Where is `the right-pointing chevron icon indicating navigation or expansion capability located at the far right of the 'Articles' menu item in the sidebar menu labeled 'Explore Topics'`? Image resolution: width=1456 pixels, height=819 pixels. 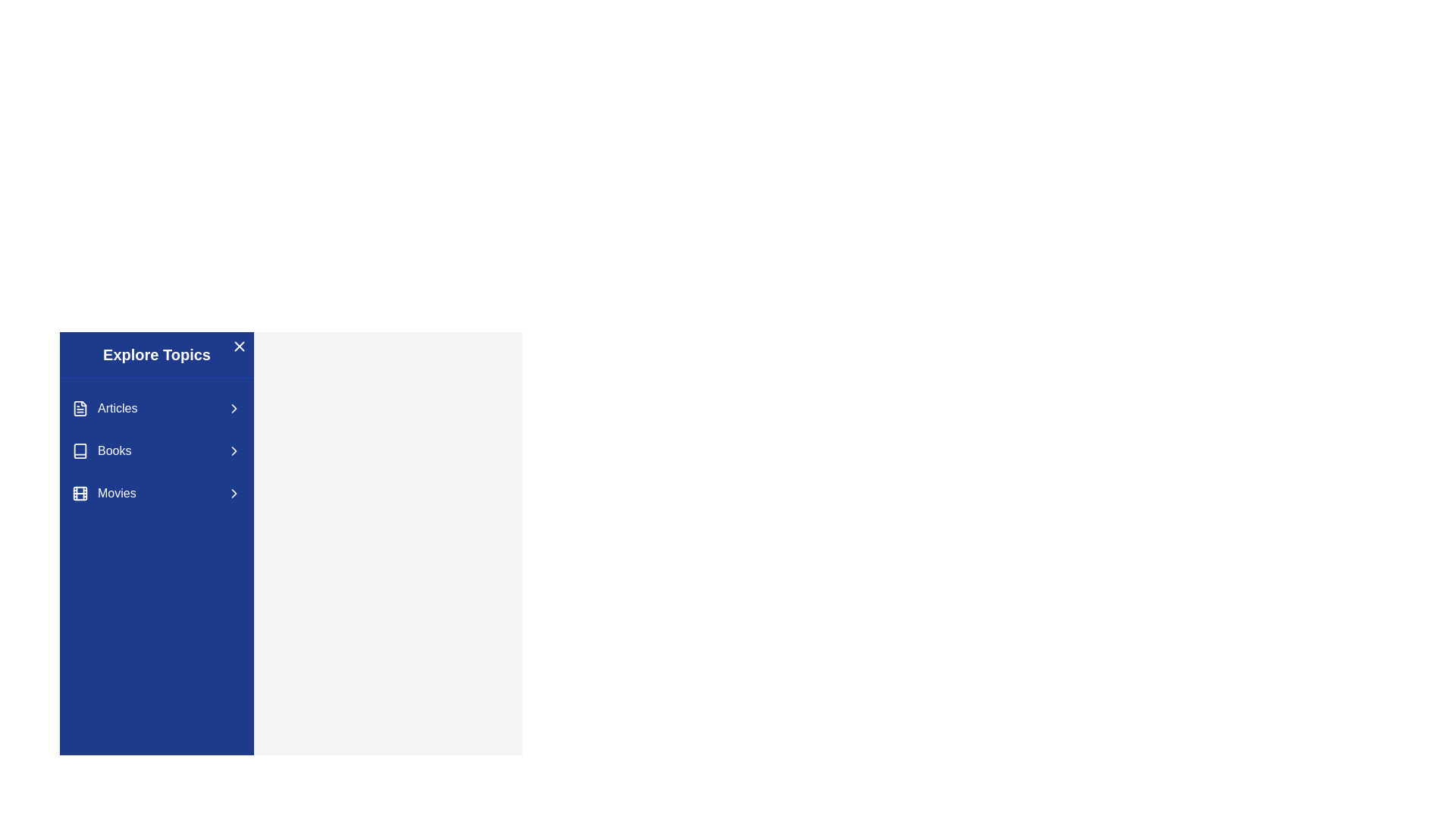 the right-pointing chevron icon indicating navigation or expansion capability located at the far right of the 'Articles' menu item in the sidebar menu labeled 'Explore Topics' is located at coordinates (233, 408).